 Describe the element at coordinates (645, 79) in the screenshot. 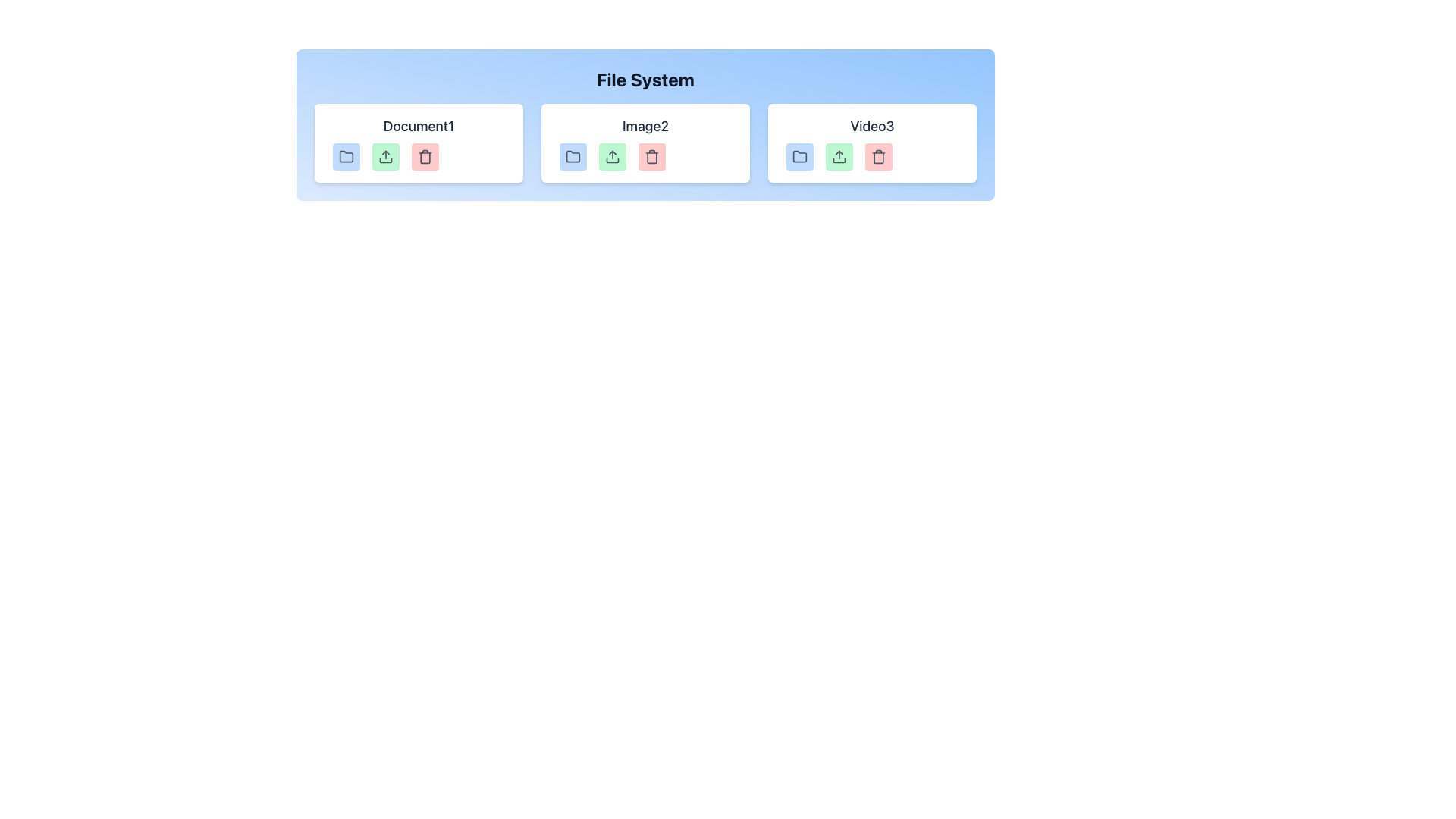

I see `the 'File System' text label, which is a bold and large-sized component styled with a dark font on a blue gradient background, located at the top-center of its section` at that location.